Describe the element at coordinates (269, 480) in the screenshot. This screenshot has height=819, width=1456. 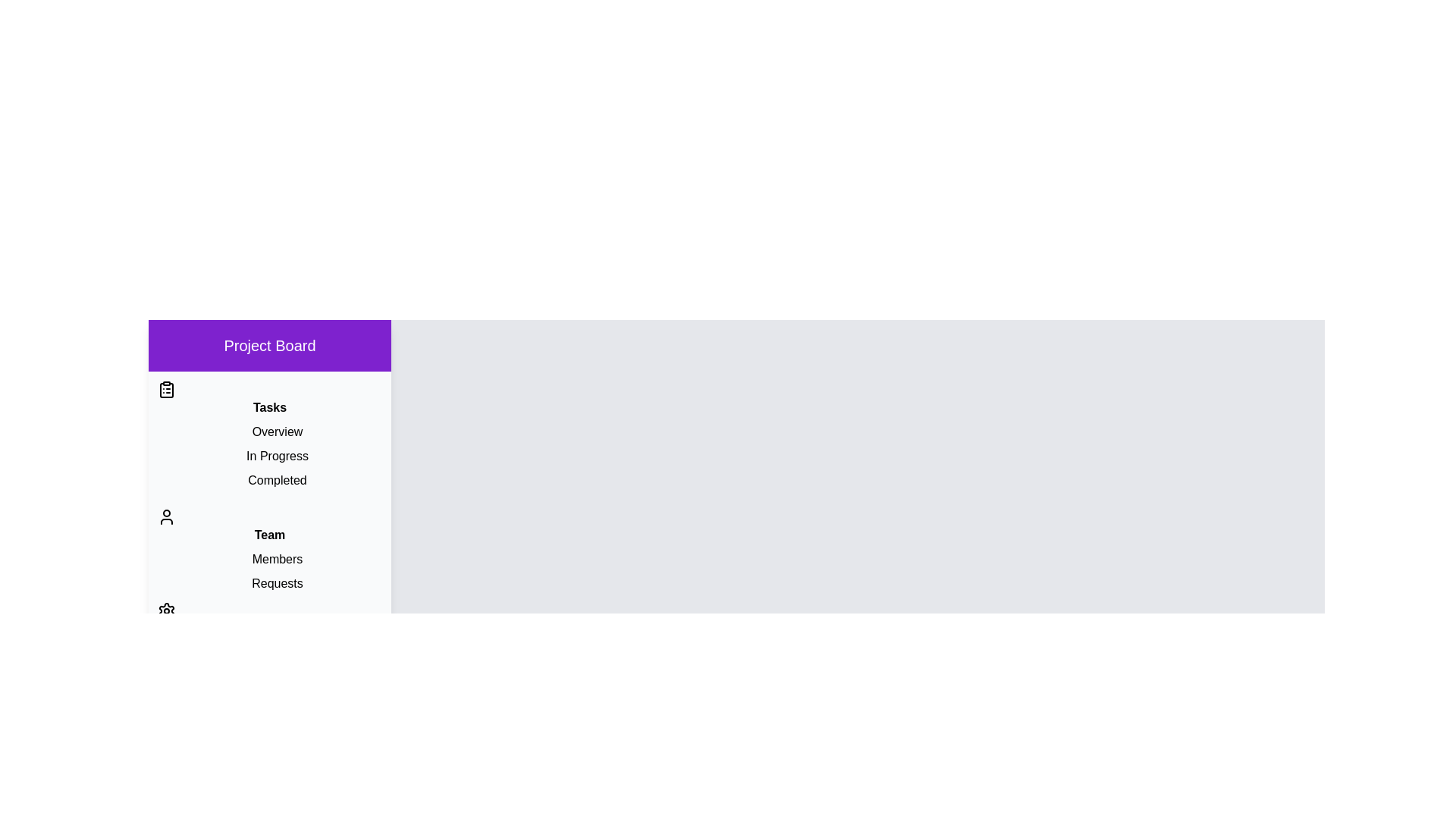
I see `the item Completed in the section Tasks` at that location.